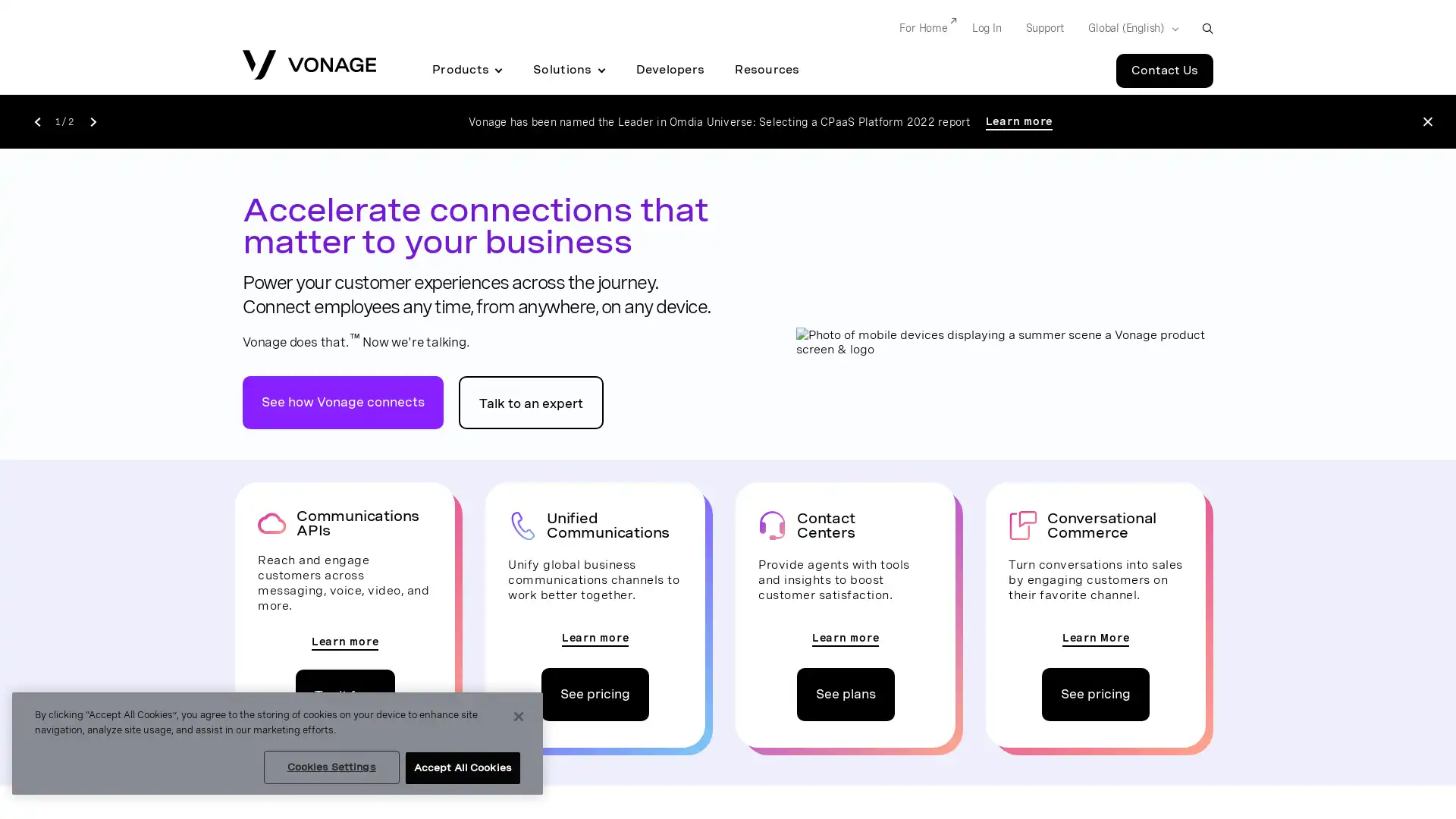 The width and height of the screenshot is (1456, 819). Describe the element at coordinates (92, 120) in the screenshot. I see `Go to the next announcement` at that location.